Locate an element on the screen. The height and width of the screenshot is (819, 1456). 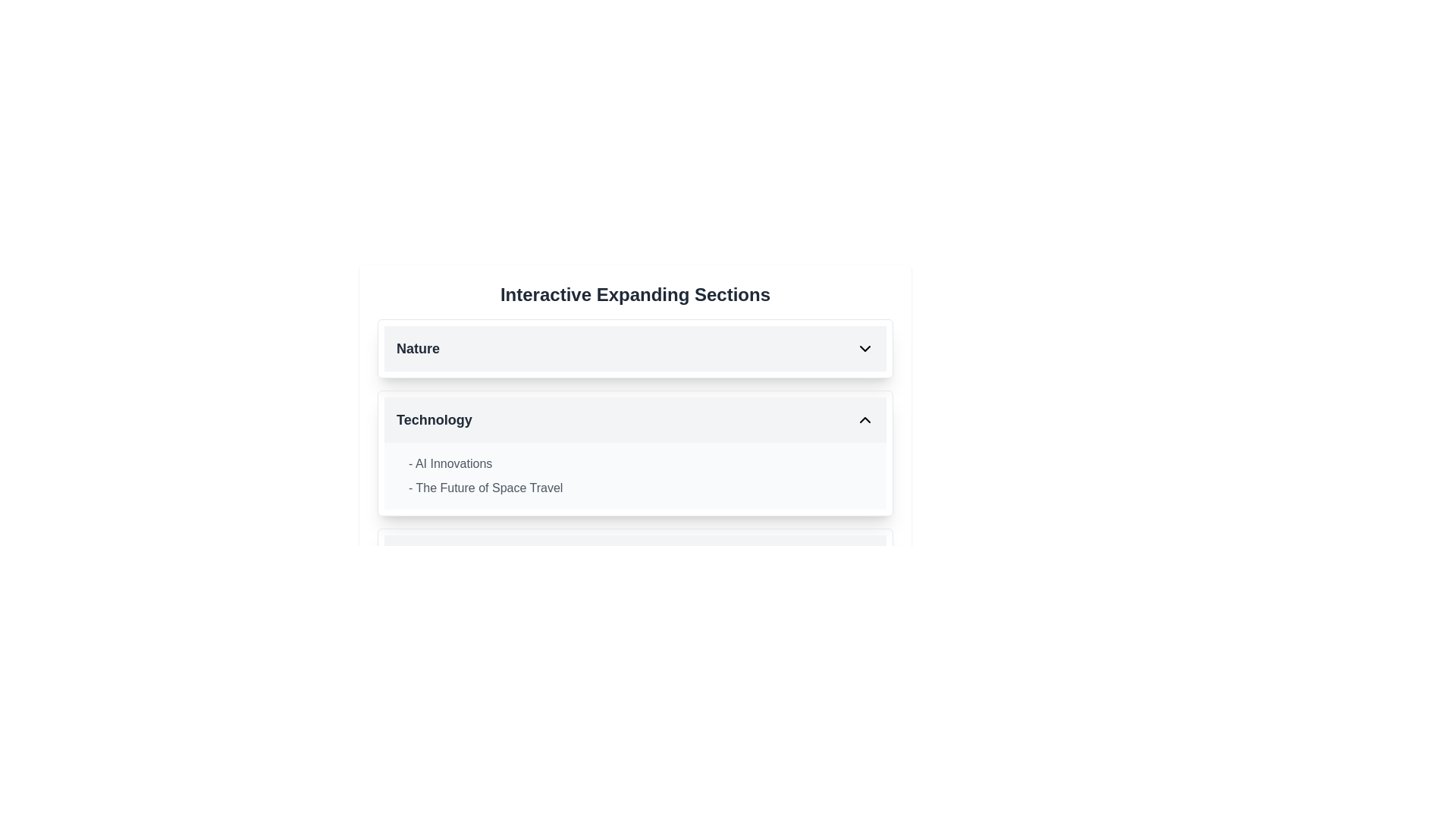
the collapsible section located below the 'Nature' section is located at coordinates (635, 395).